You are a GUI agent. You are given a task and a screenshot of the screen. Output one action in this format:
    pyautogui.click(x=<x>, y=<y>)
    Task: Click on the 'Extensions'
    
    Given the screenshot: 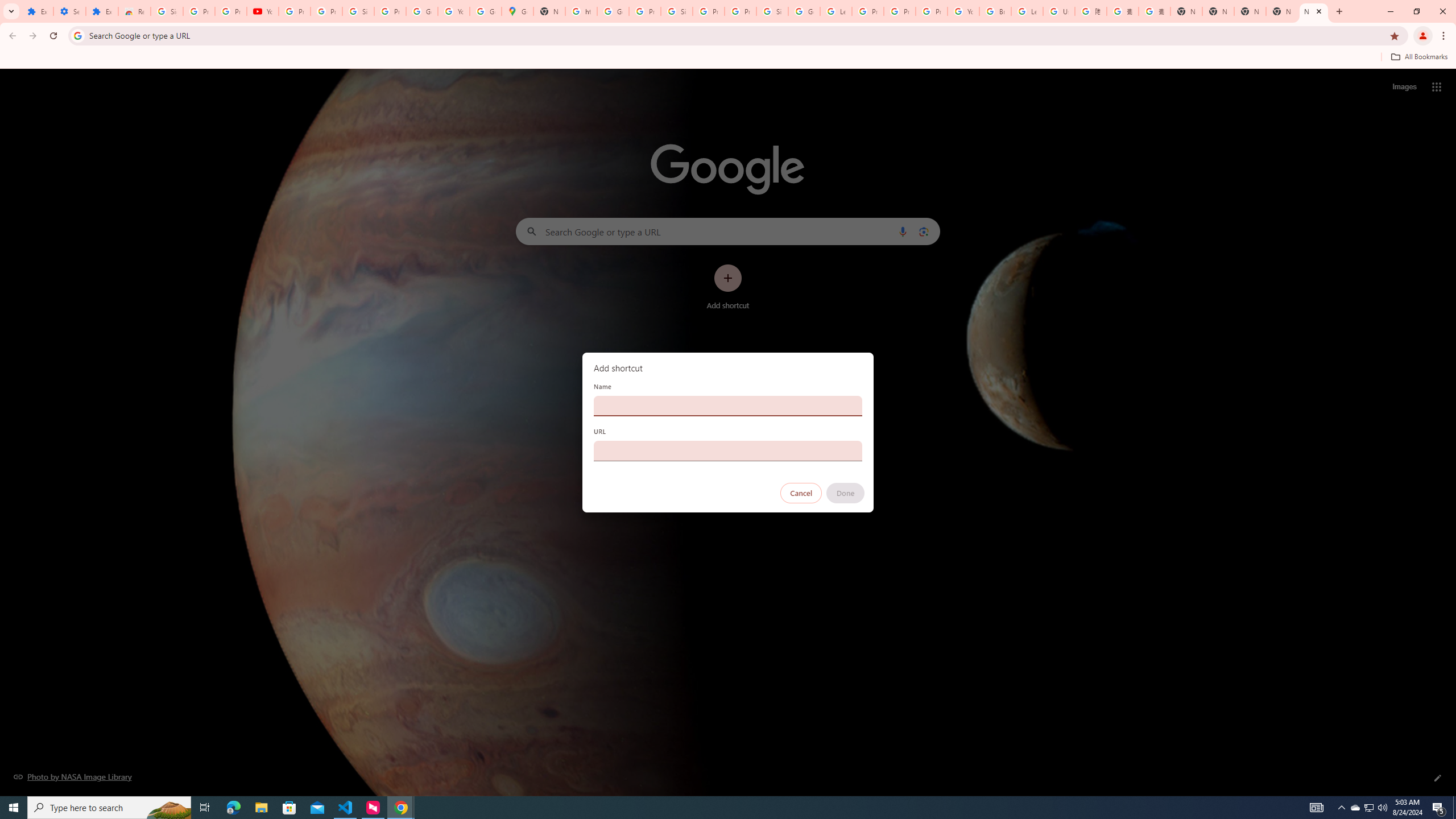 What is the action you would take?
    pyautogui.click(x=37, y=11)
    